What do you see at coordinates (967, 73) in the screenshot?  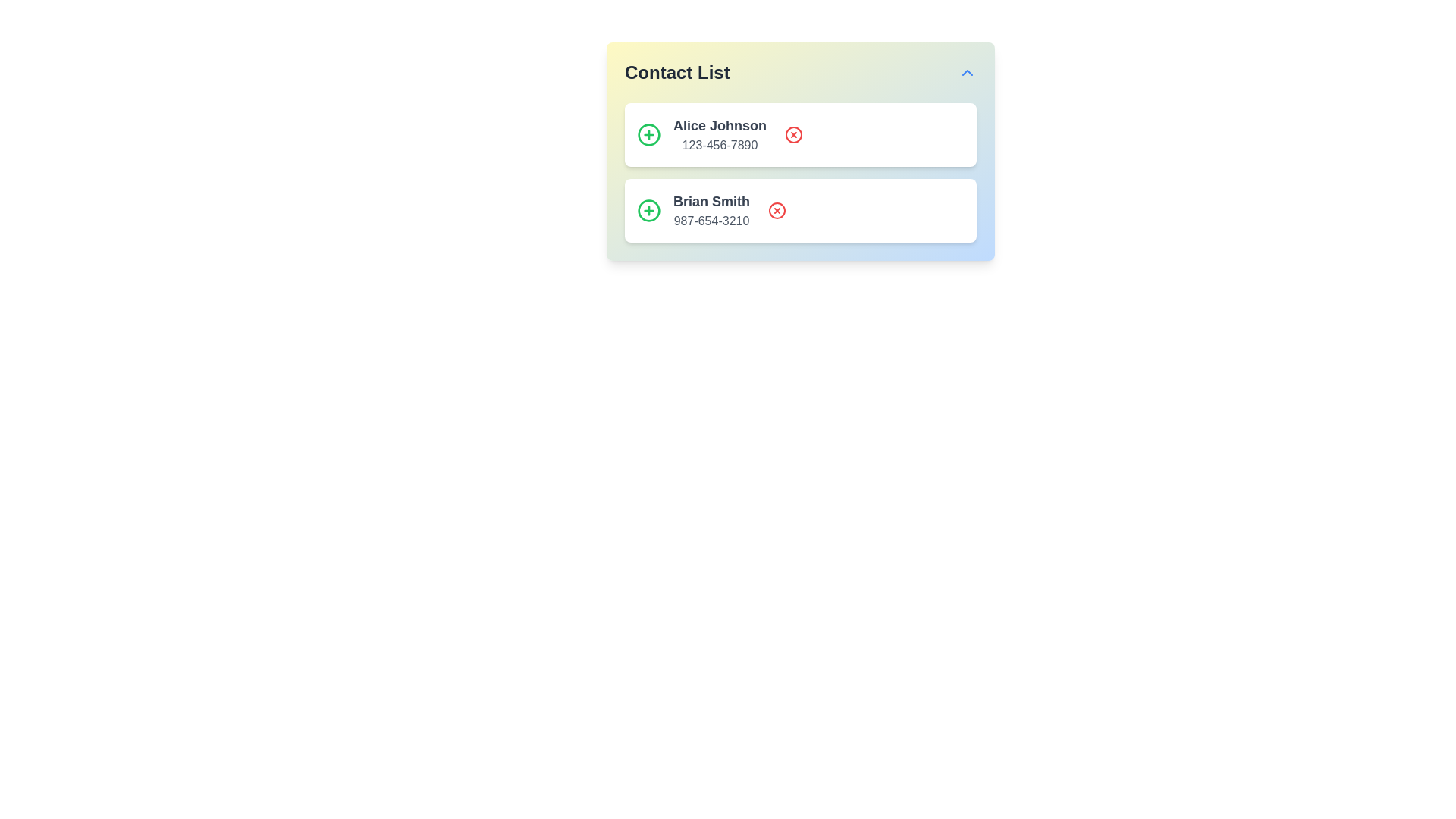 I see `the small blue chevron arrow button in the top-right corner of the contact list` at bounding box center [967, 73].